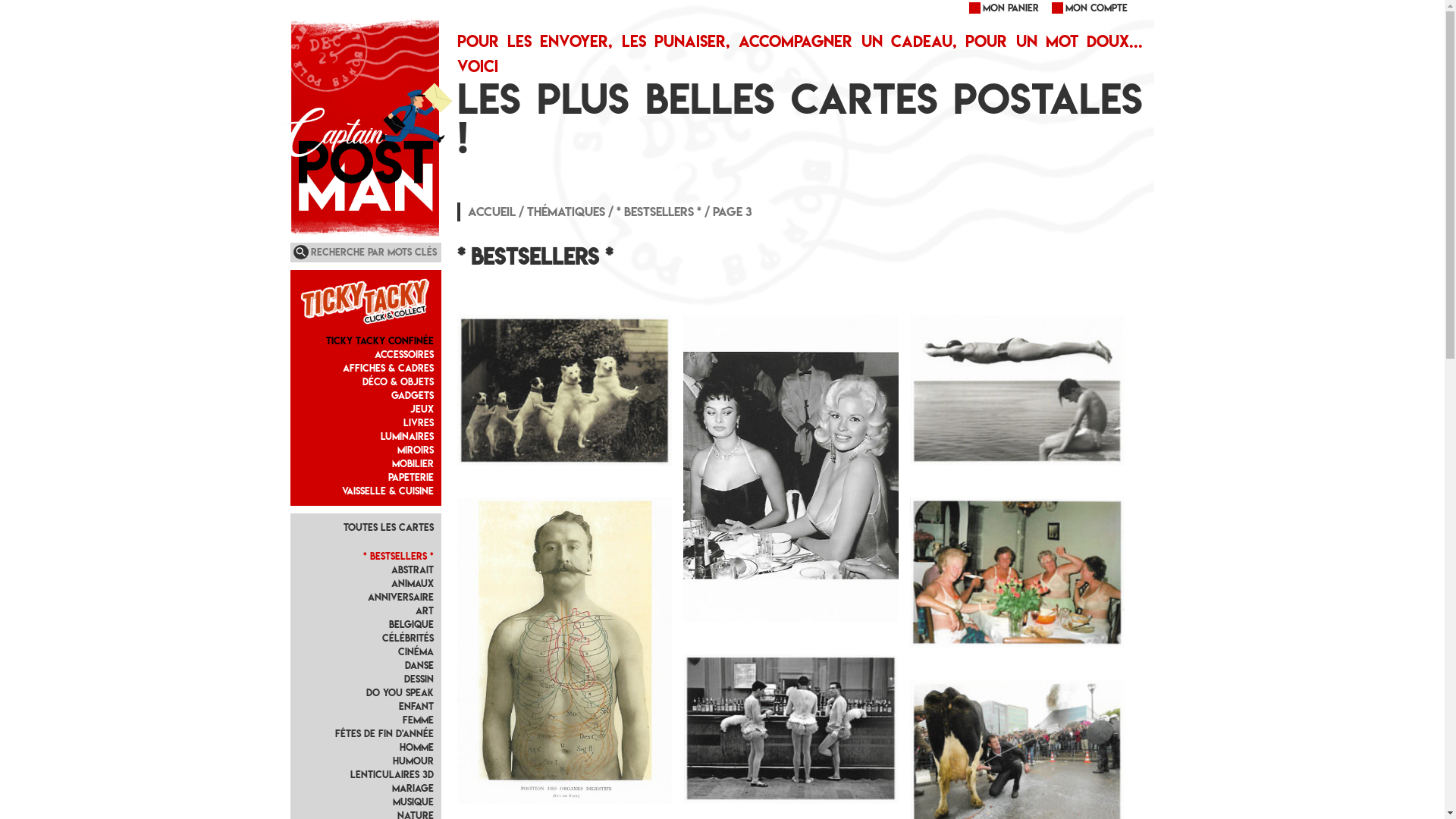 The height and width of the screenshot is (819, 1456). Describe the element at coordinates (491, 211) in the screenshot. I see `'Accueil'` at that location.